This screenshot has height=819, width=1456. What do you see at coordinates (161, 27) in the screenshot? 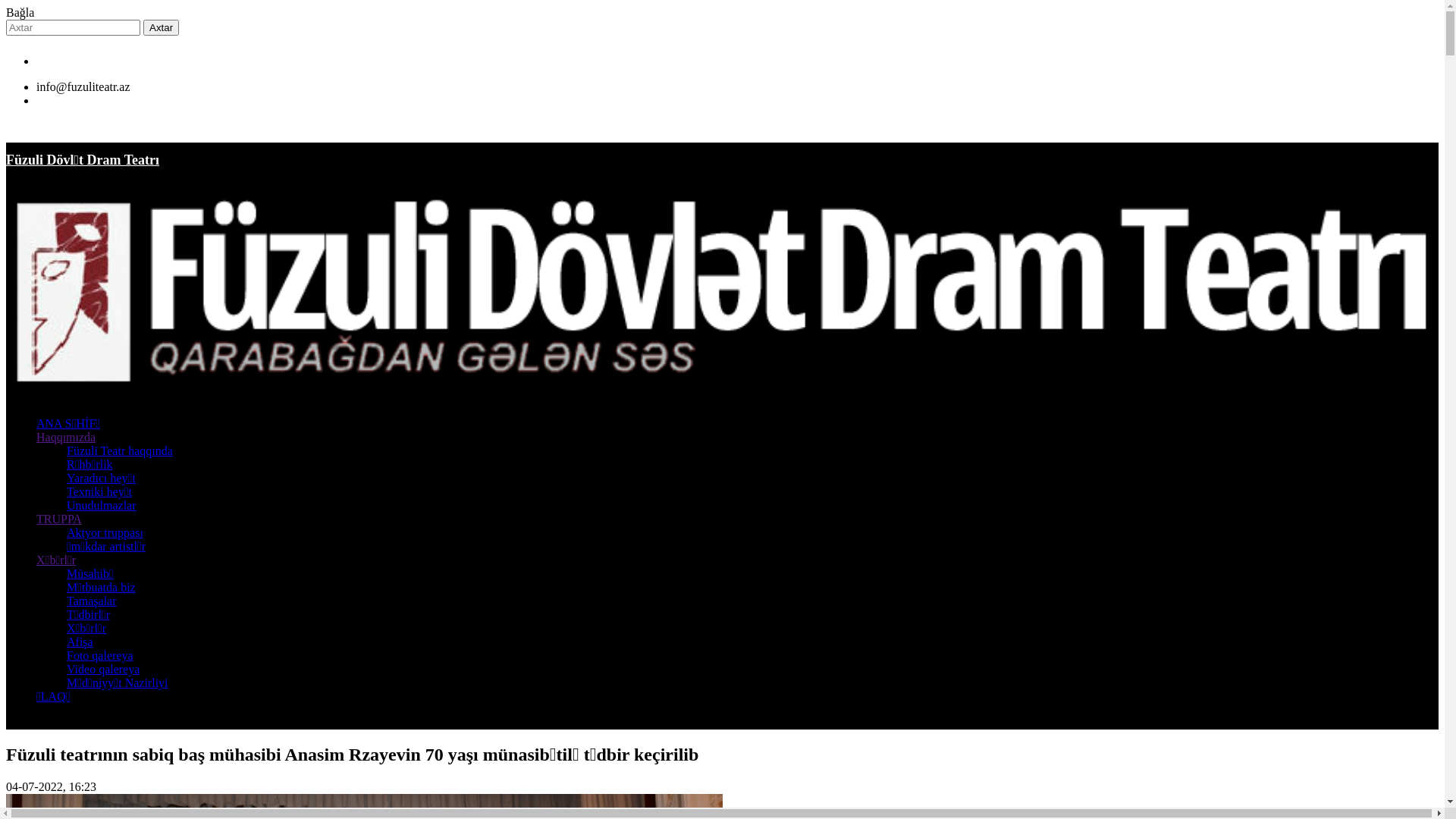
I see `'Axtar'` at bounding box center [161, 27].